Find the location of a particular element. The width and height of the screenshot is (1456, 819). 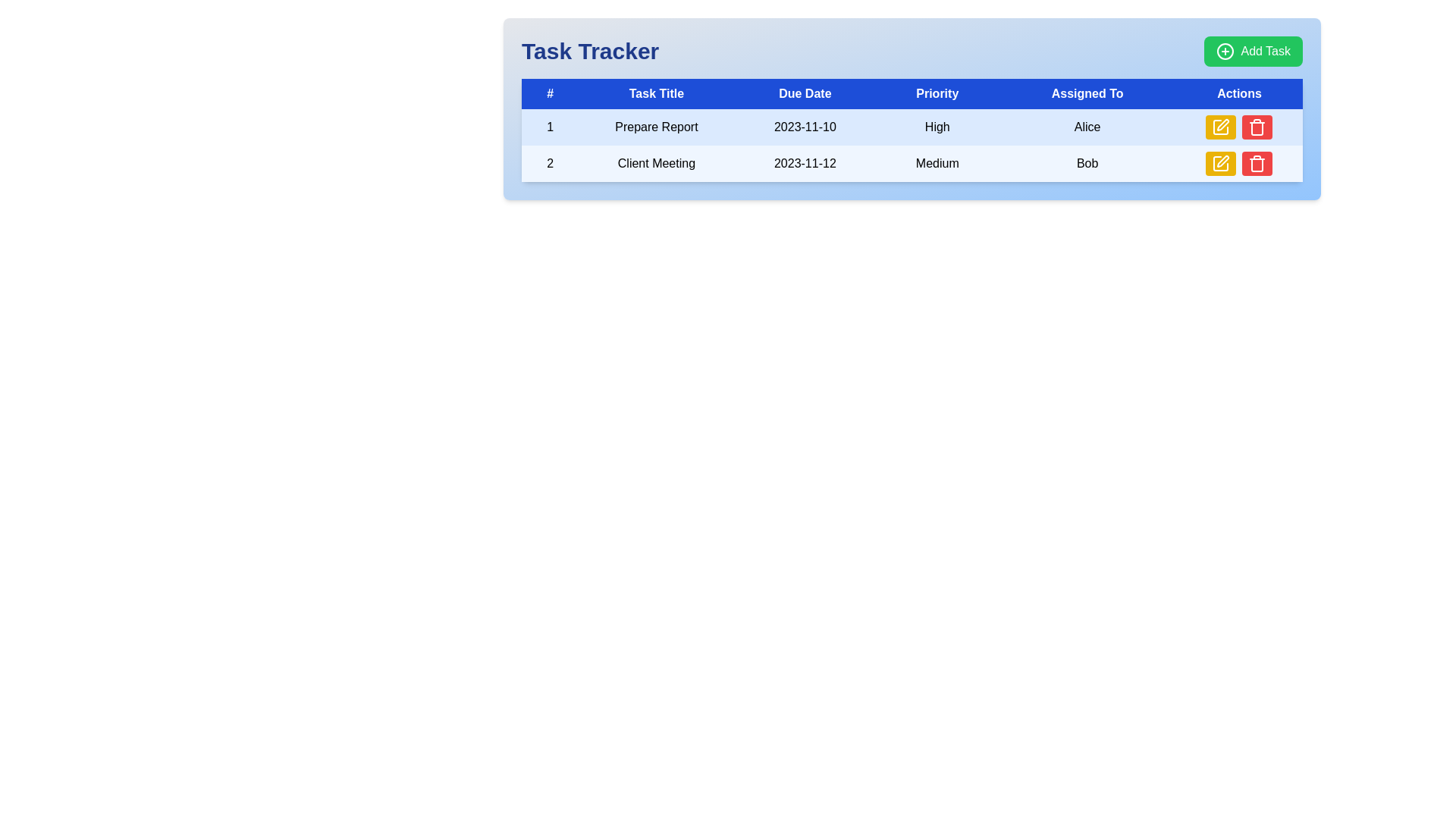

the 'edit' icon in the 'Actions' cell of the second row in the task table is located at coordinates (1221, 127).